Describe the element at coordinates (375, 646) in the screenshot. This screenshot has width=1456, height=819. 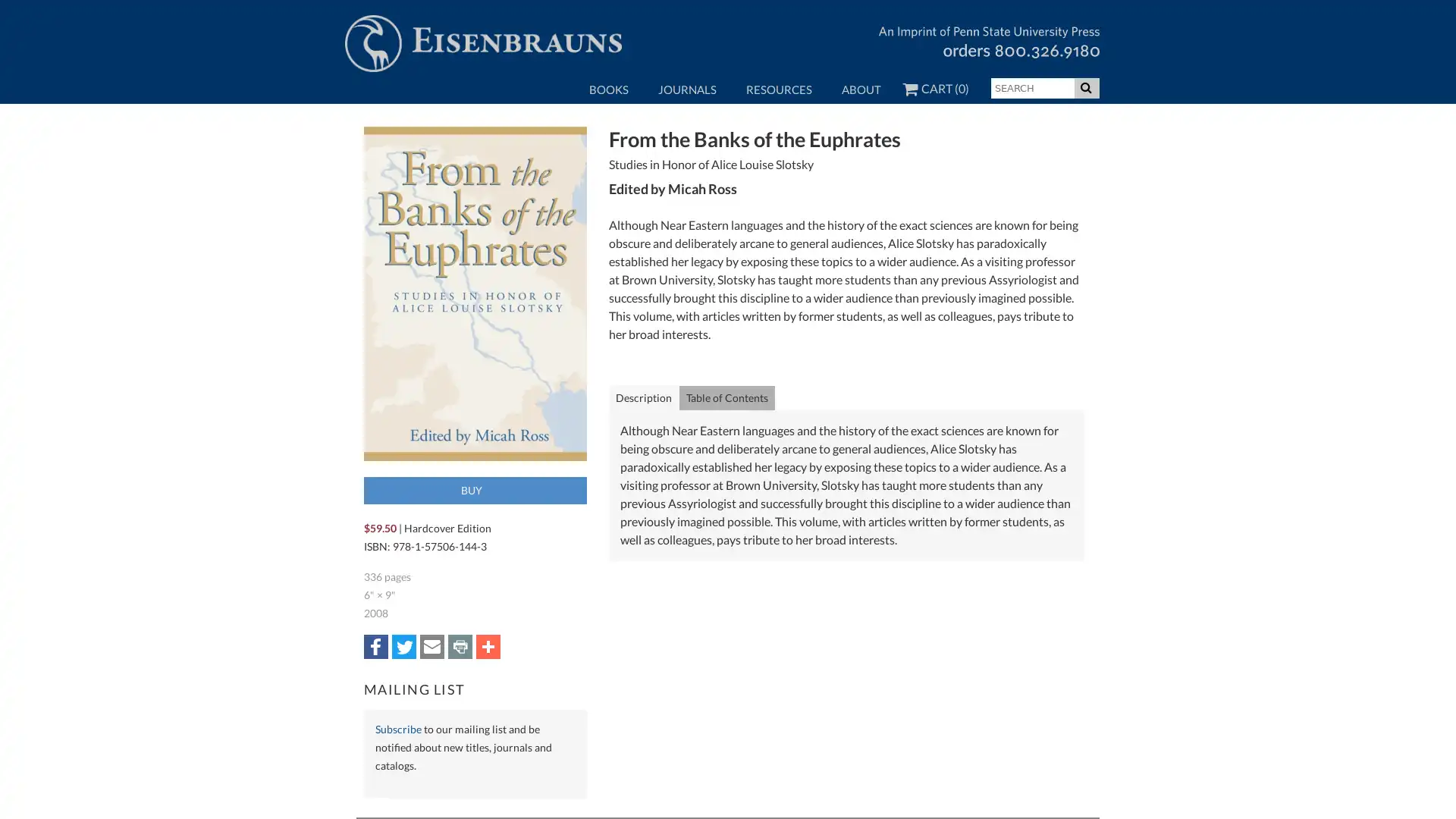
I see `Share to Facebook` at that location.